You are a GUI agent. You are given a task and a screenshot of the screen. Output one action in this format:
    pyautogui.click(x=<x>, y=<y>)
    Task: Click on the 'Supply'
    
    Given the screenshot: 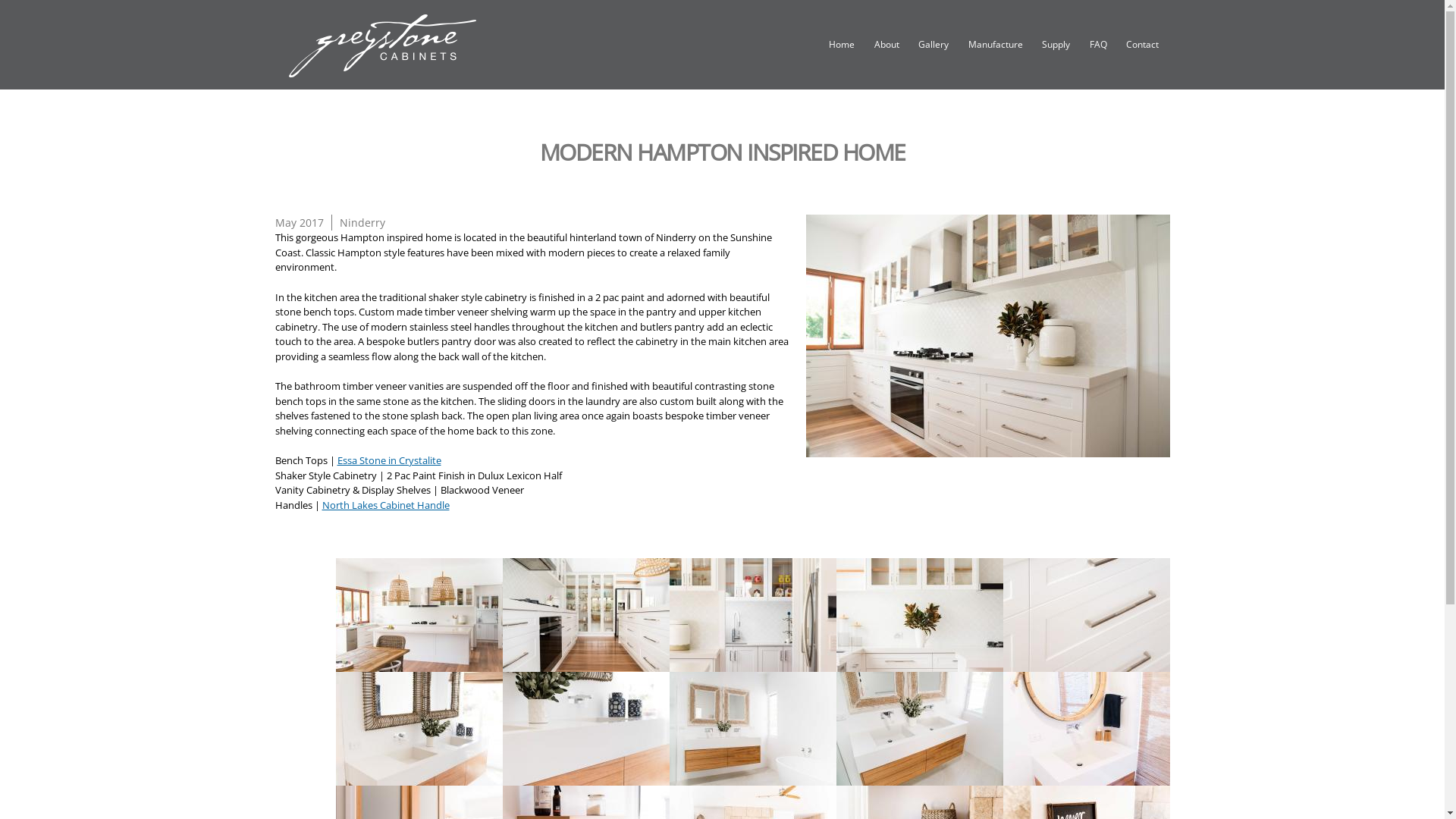 What is the action you would take?
    pyautogui.click(x=1055, y=45)
    